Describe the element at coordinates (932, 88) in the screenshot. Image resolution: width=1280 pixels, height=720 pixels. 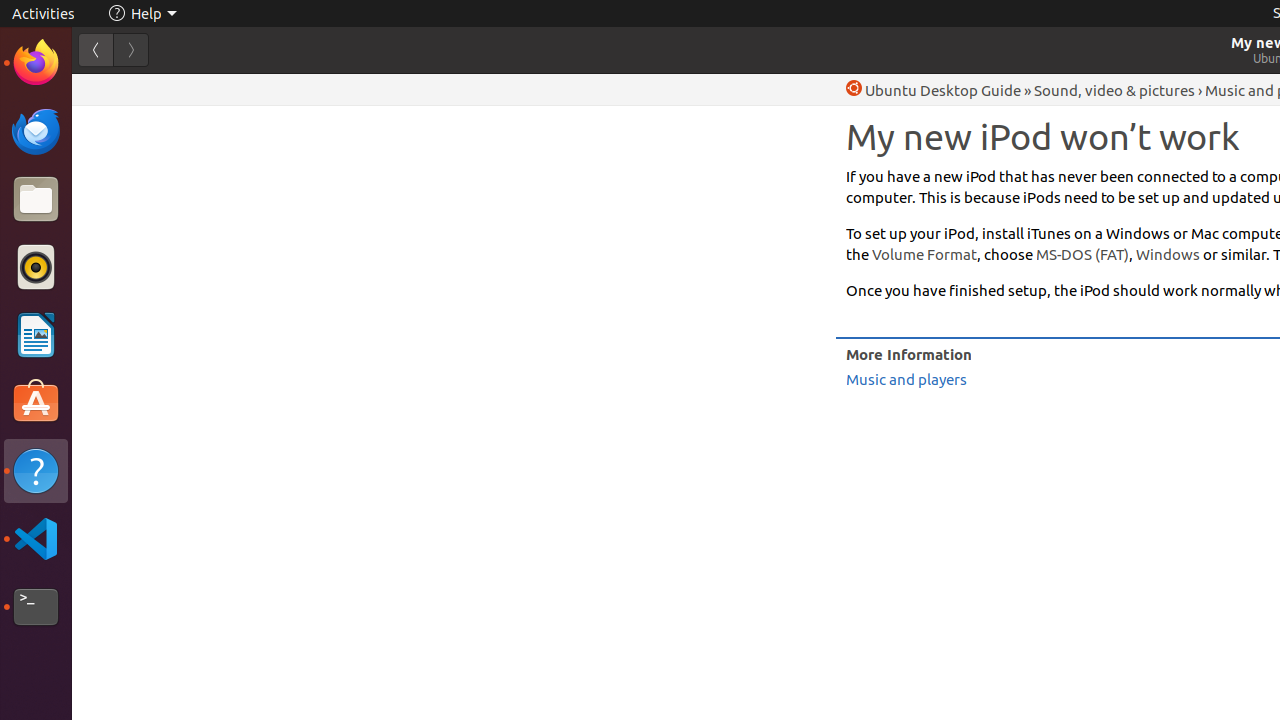
I see `'Help Ubuntu Desktop Guide'` at that location.